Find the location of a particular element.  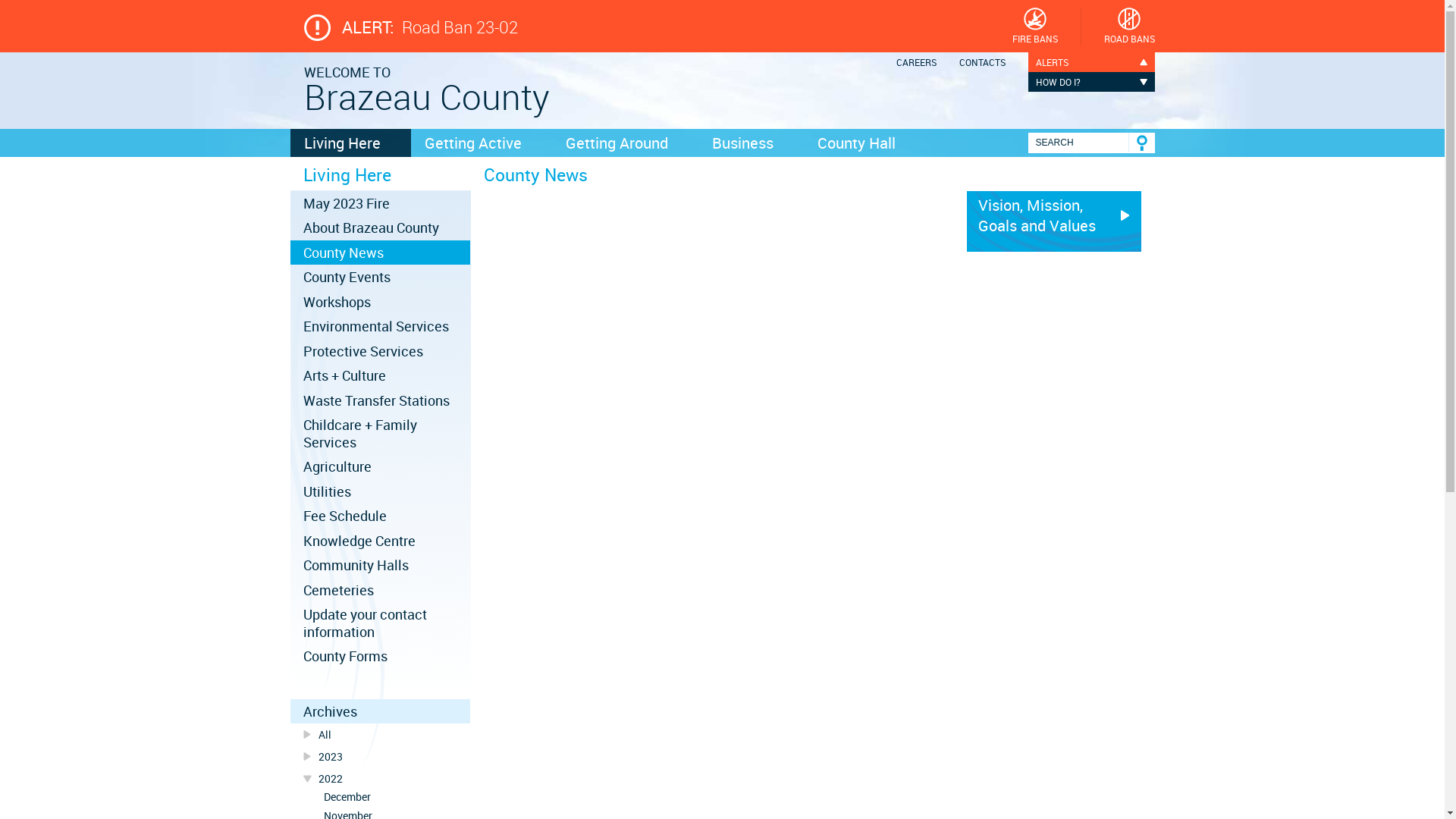

'Agriculture' is located at coordinates (379, 465).